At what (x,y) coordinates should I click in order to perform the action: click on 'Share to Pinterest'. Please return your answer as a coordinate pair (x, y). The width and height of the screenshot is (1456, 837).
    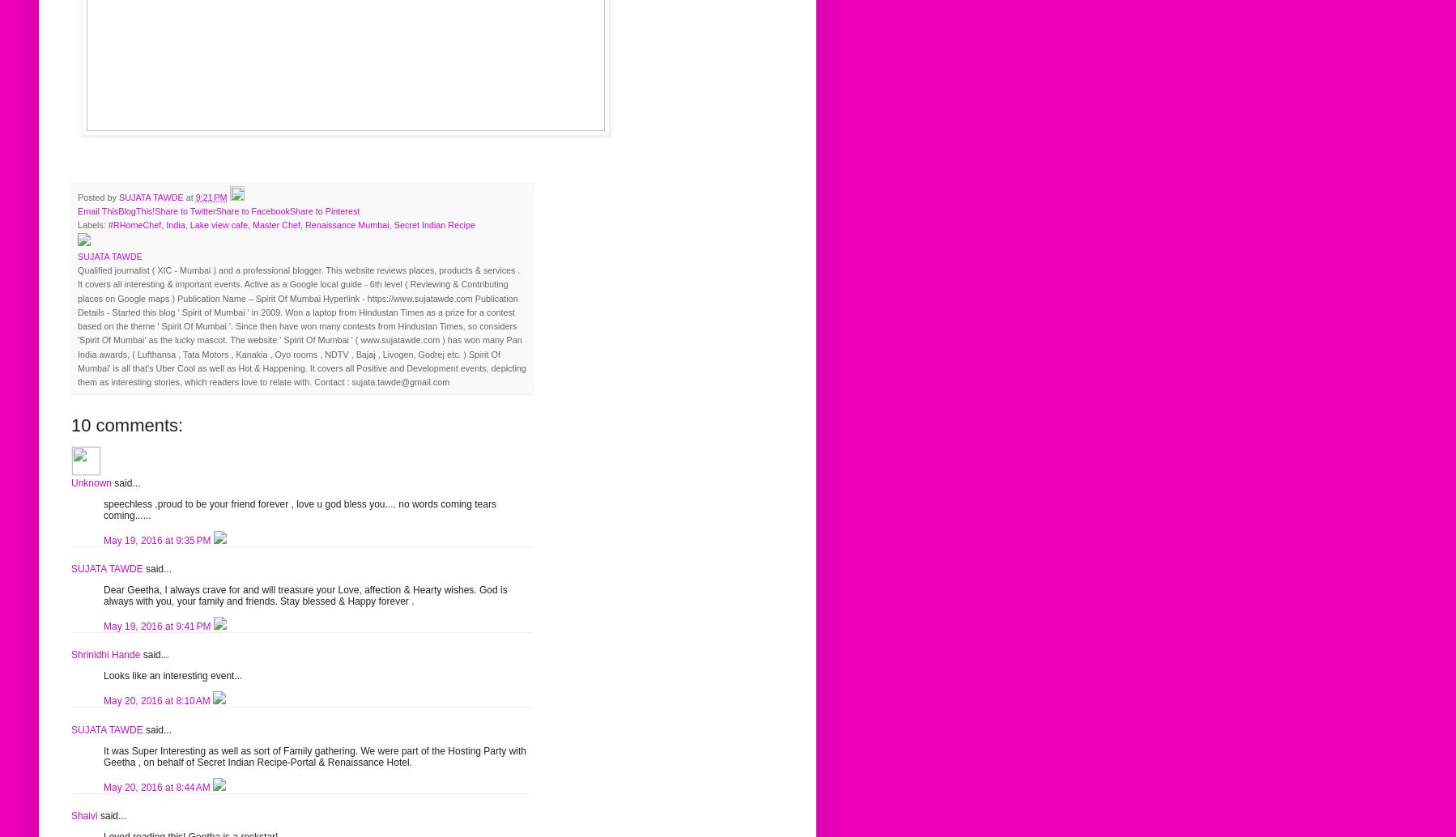
    Looking at the image, I should click on (323, 210).